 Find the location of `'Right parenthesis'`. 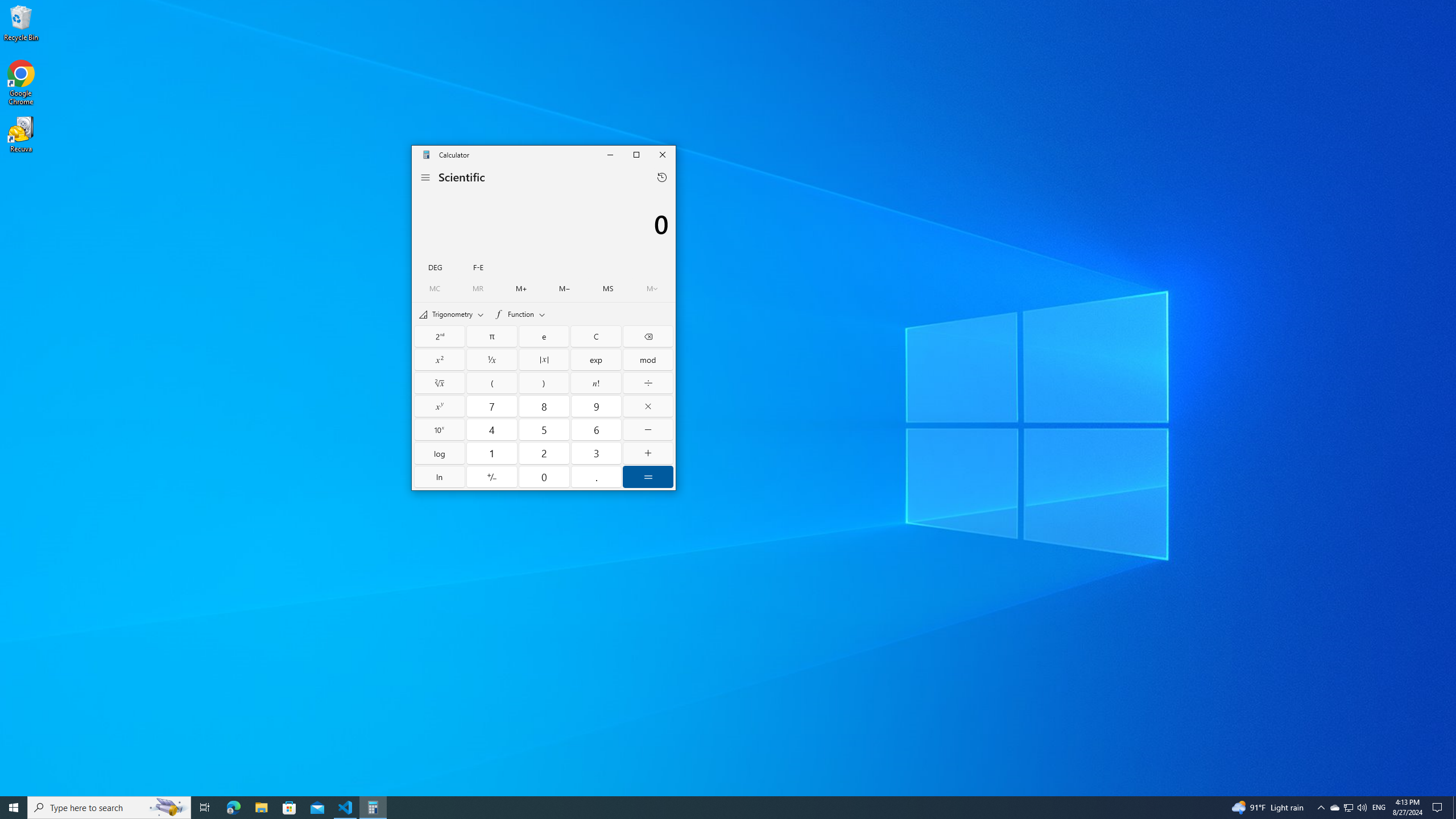

'Right parenthesis' is located at coordinates (543, 383).